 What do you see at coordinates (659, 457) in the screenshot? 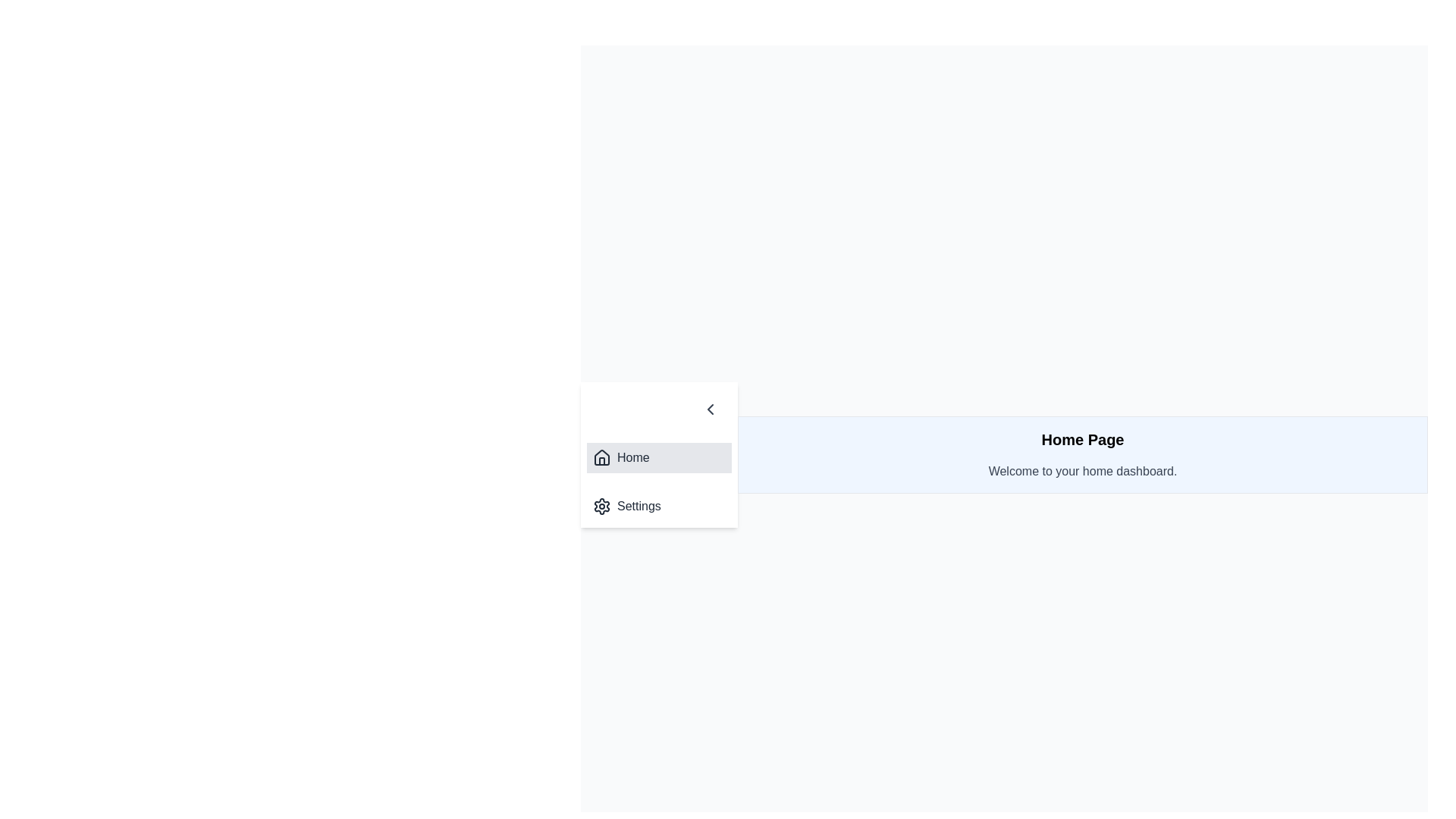
I see `the first horizontal menu item in the vertical navigation list` at bounding box center [659, 457].